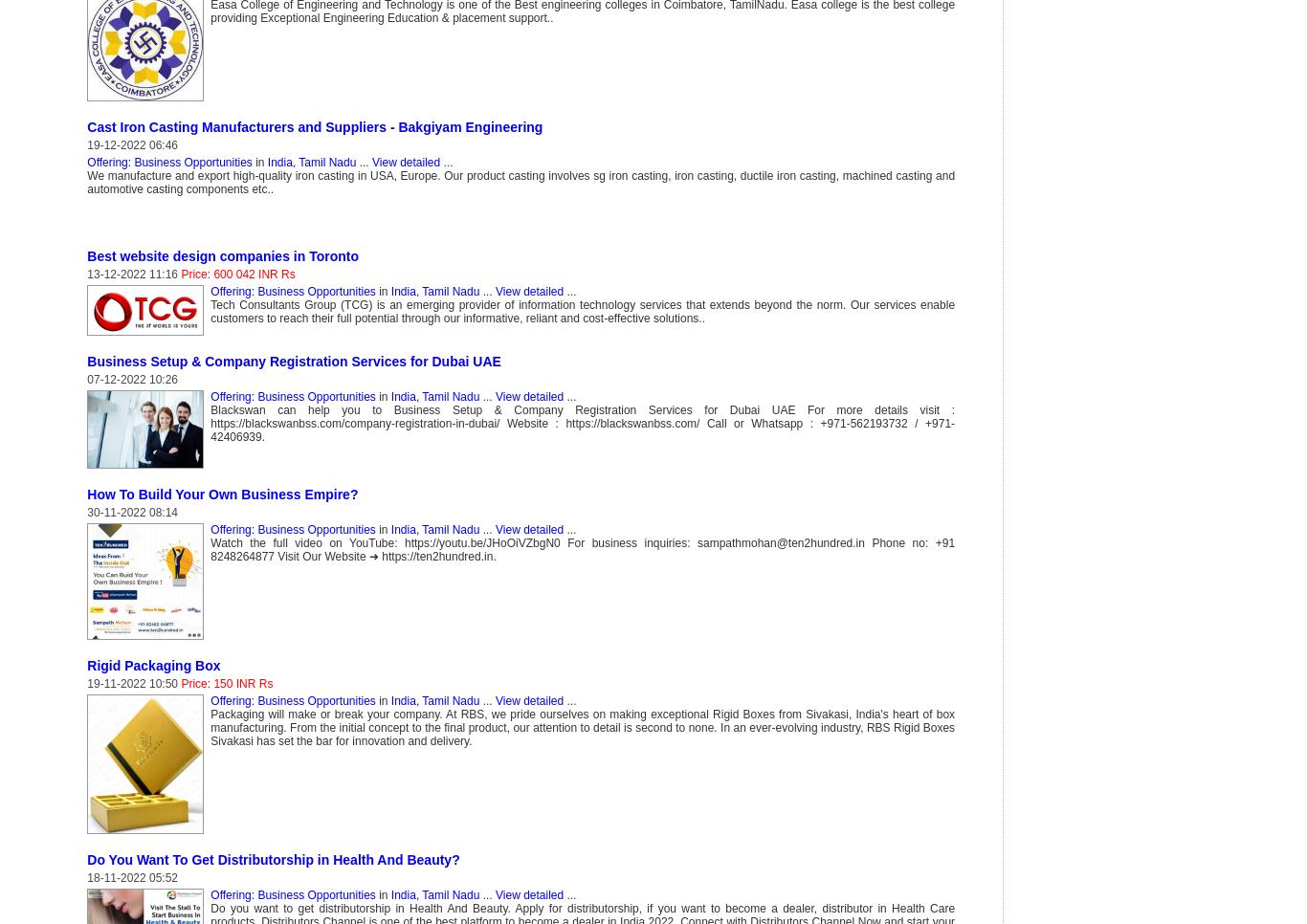  Describe the element at coordinates (222, 494) in the screenshot. I see `'How To Build Your Own Business Empire?'` at that location.